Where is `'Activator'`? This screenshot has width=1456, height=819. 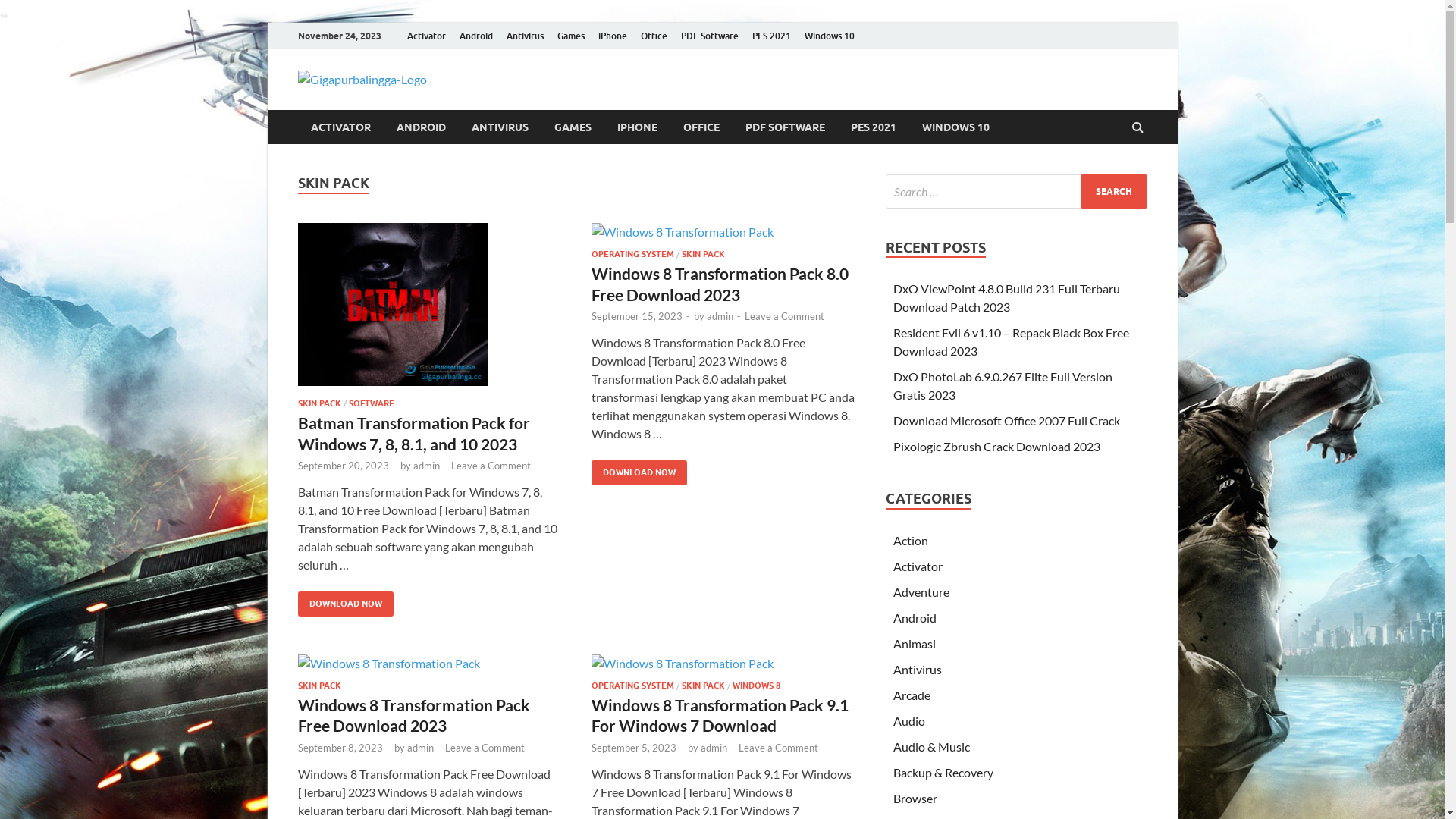
'Activator' is located at coordinates (425, 35).